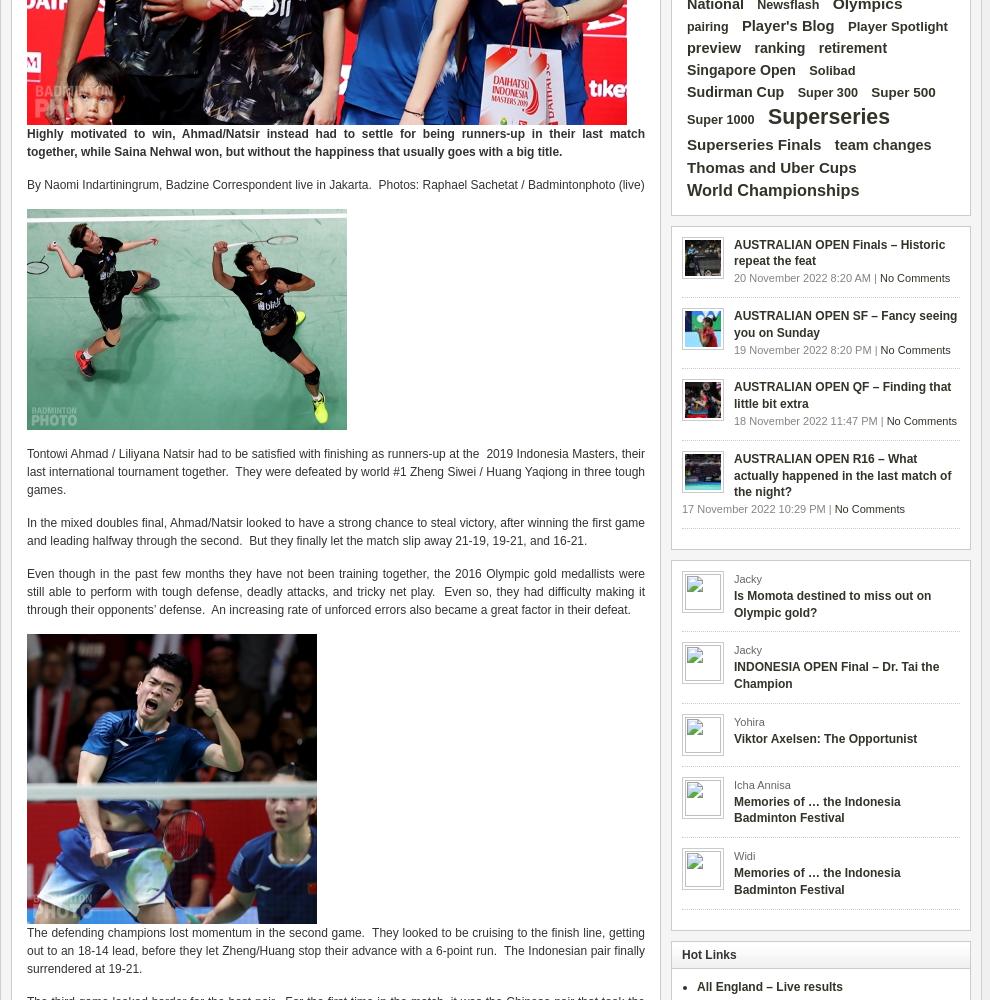  Describe the element at coordinates (26, 143) in the screenshot. I see `'-up in their last match together'` at that location.